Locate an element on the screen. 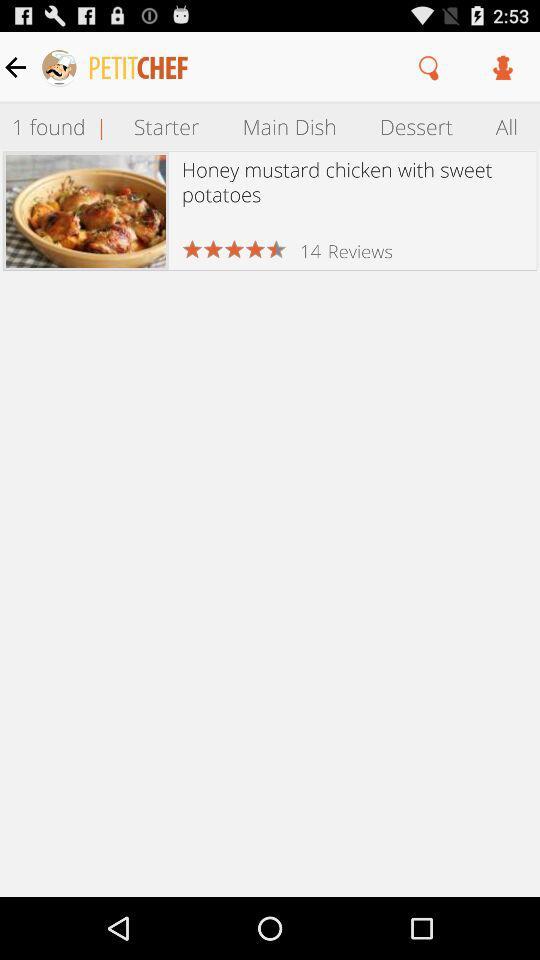 The width and height of the screenshot is (540, 960). item to the right of 14 is located at coordinates (359, 250).